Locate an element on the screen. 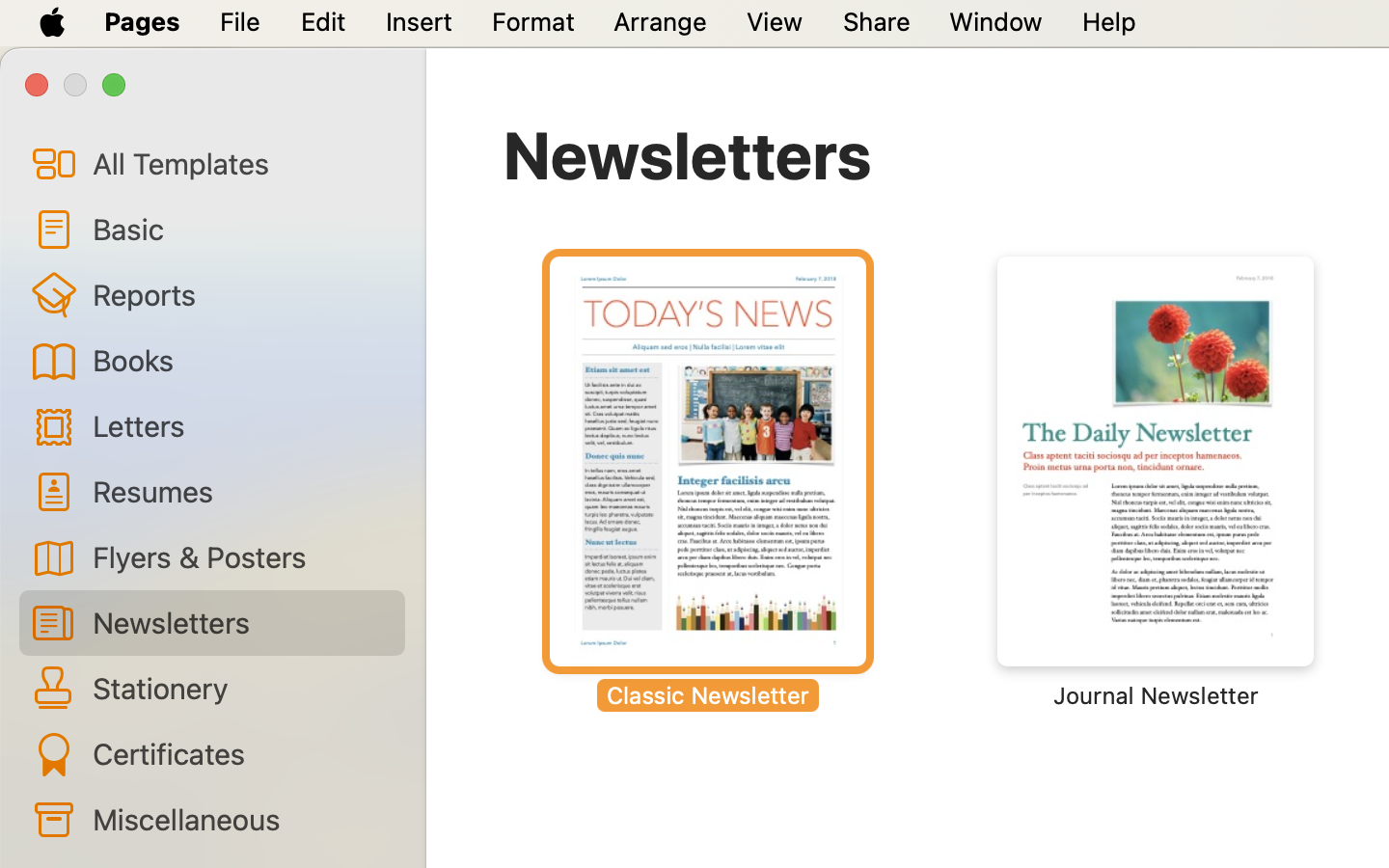 The width and height of the screenshot is (1389, 868). 'Books' is located at coordinates (239, 359).